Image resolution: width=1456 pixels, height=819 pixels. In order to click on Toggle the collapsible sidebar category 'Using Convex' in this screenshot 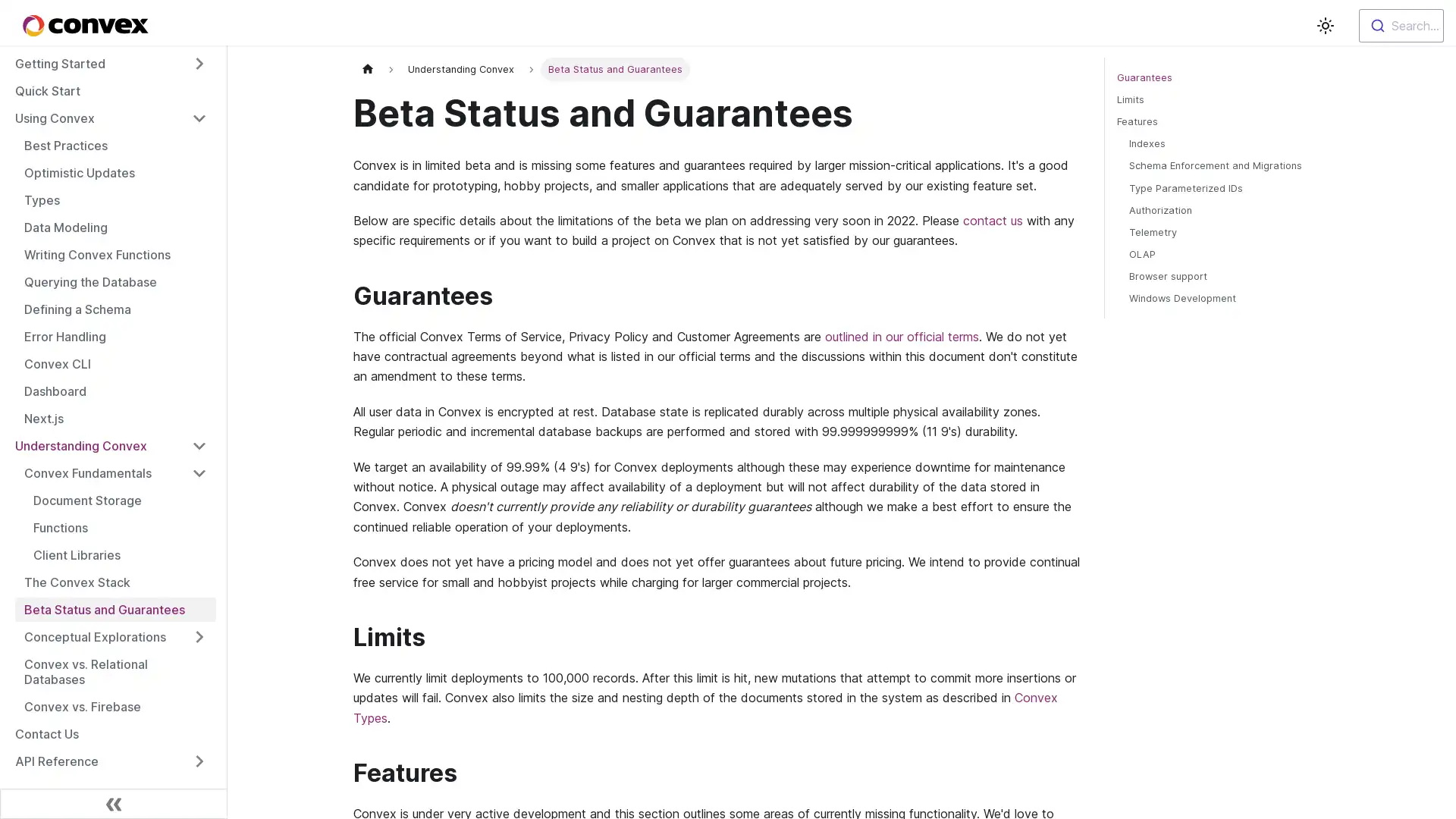, I will do `click(199, 117)`.